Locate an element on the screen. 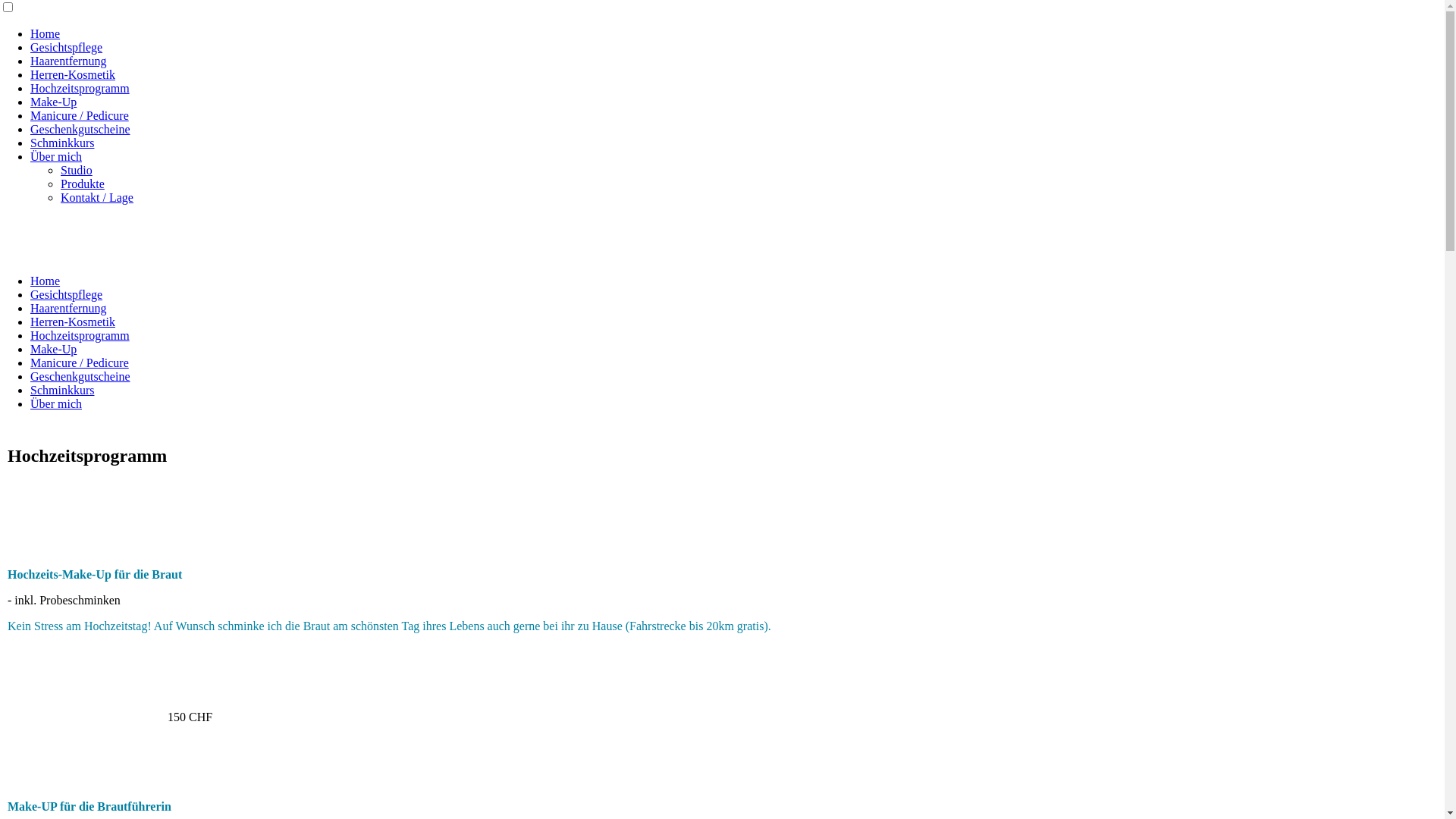 Image resolution: width=1456 pixels, height=819 pixels. 'Gesichtspflege' is located at coordinates (30, 294).